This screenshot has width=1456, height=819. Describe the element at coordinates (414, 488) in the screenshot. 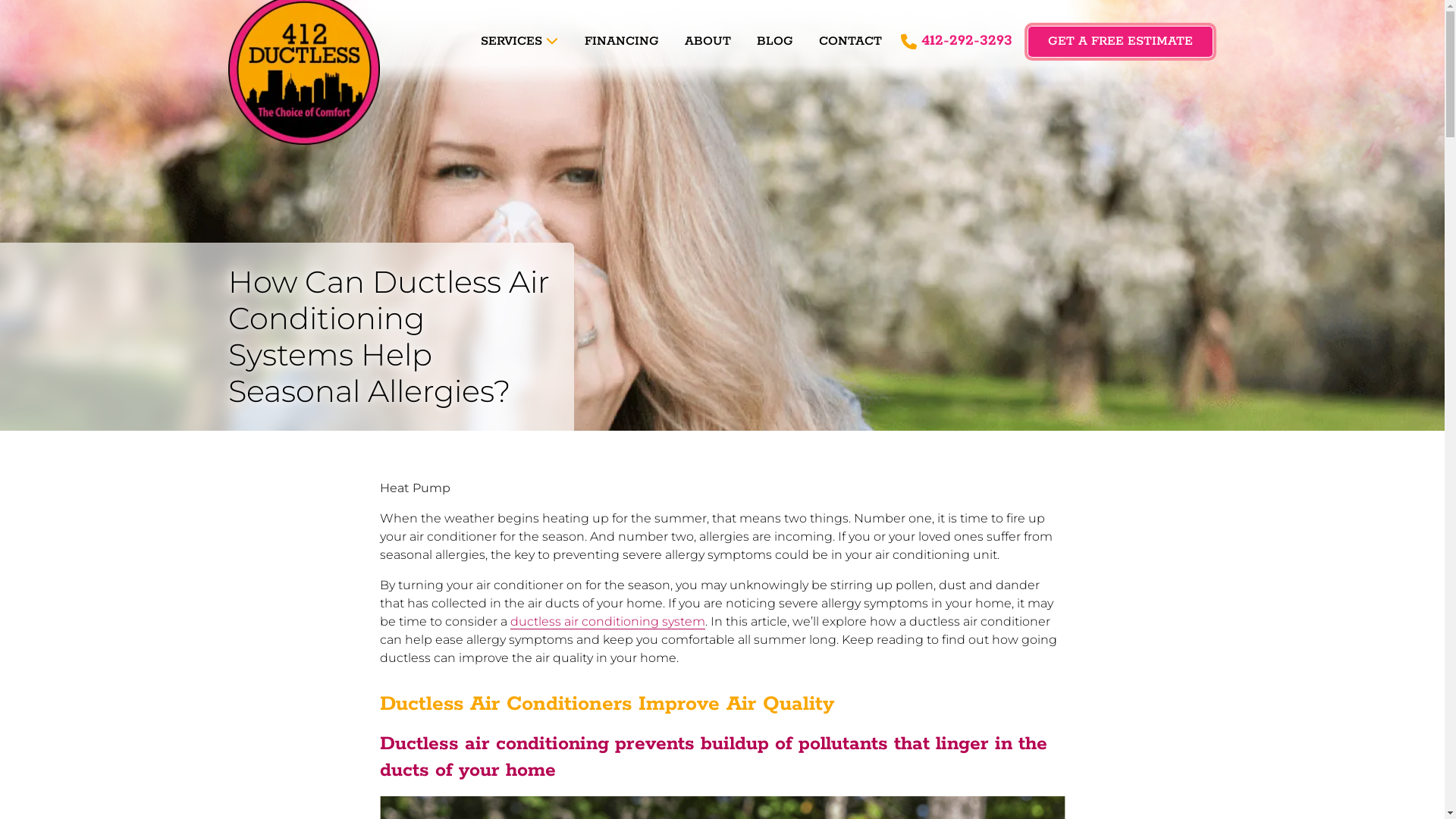

I see `'Heat Pump'` at that location.